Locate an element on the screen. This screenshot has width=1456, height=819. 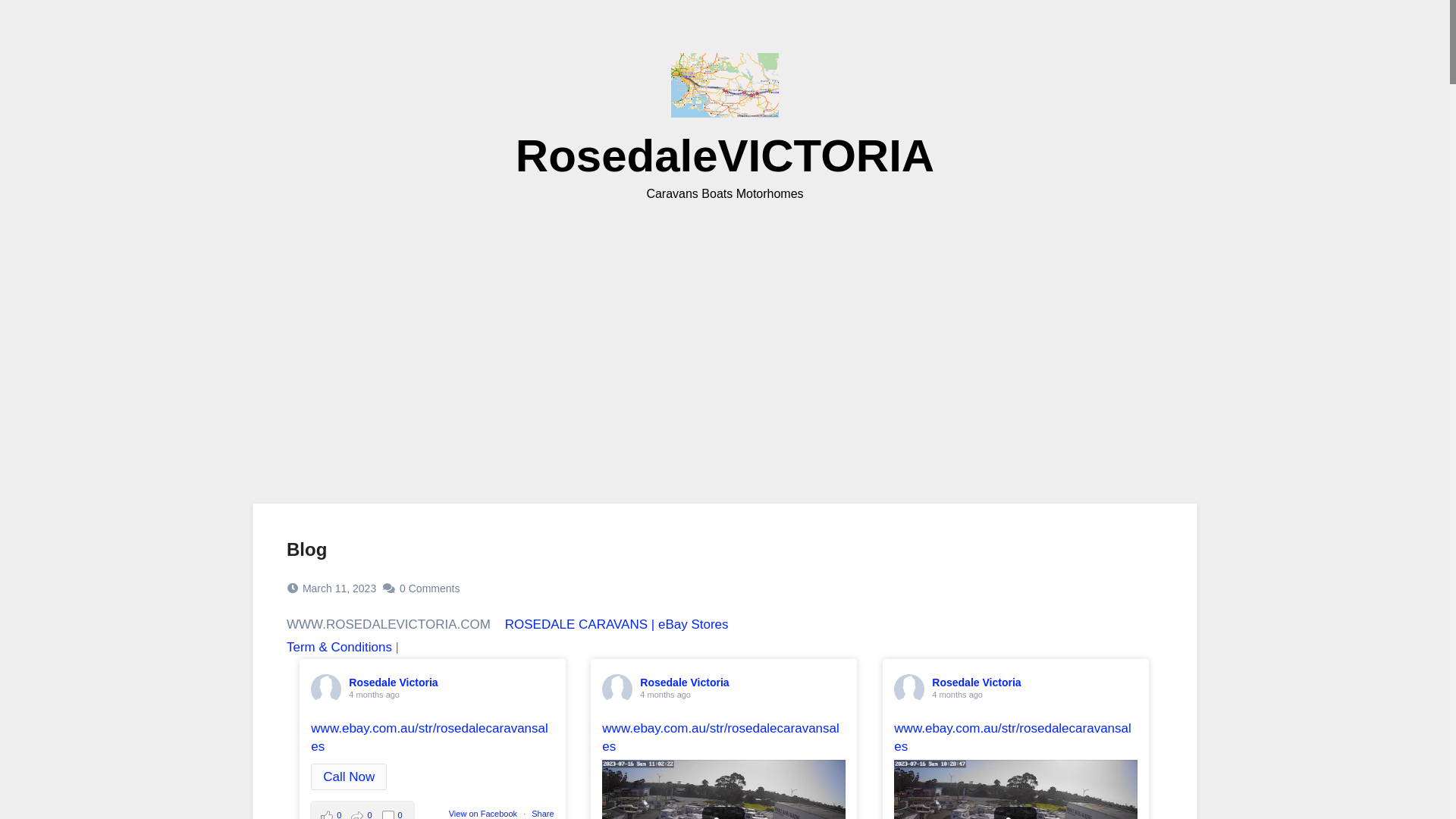
'March 11, 2023' is located at coordinates (338, 587).